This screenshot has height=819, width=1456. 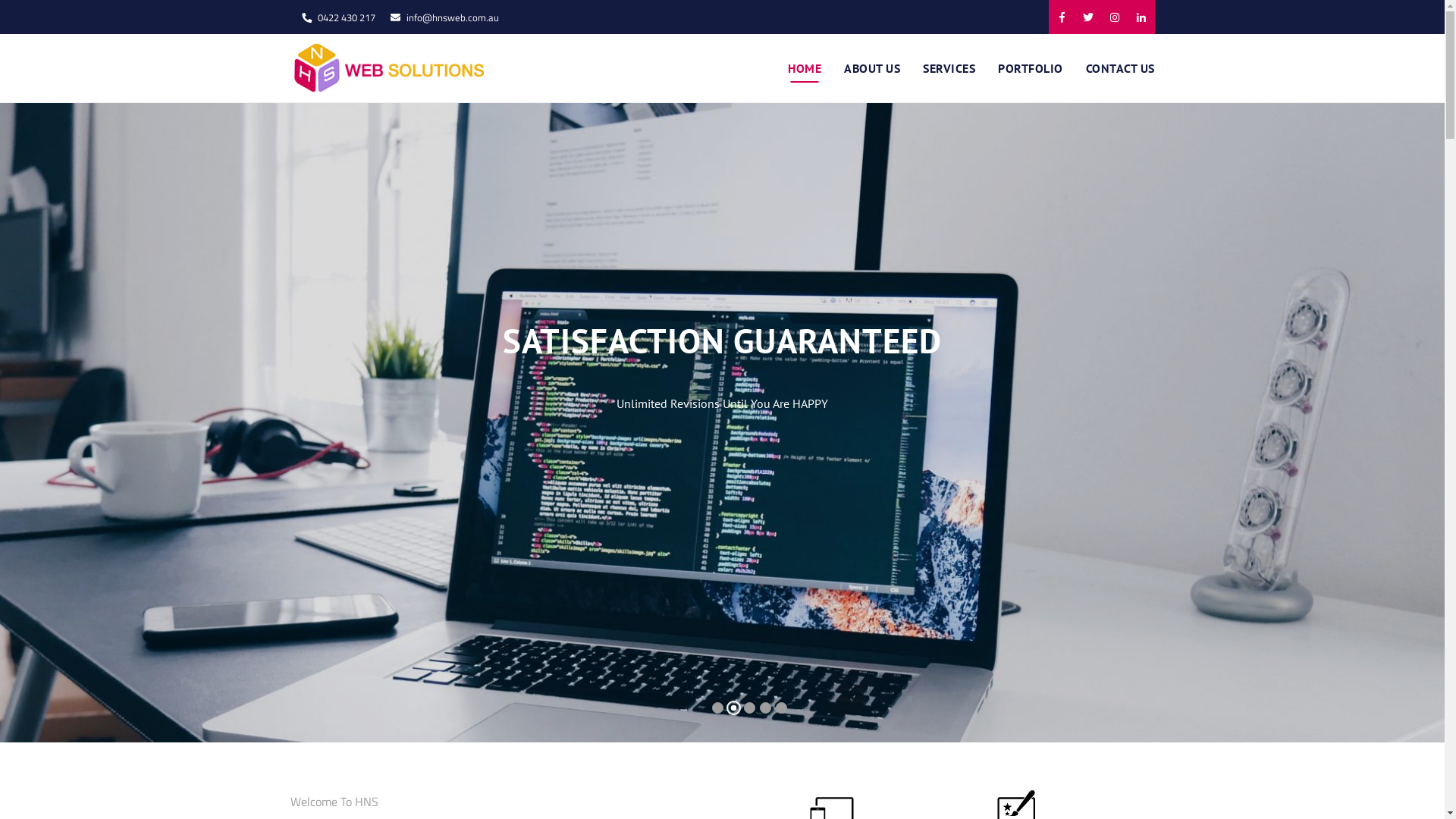 What do you see at coordinates (345, 17) in the screenshot?
I see `'0422 430 217'` at bounding box center [345, 17].